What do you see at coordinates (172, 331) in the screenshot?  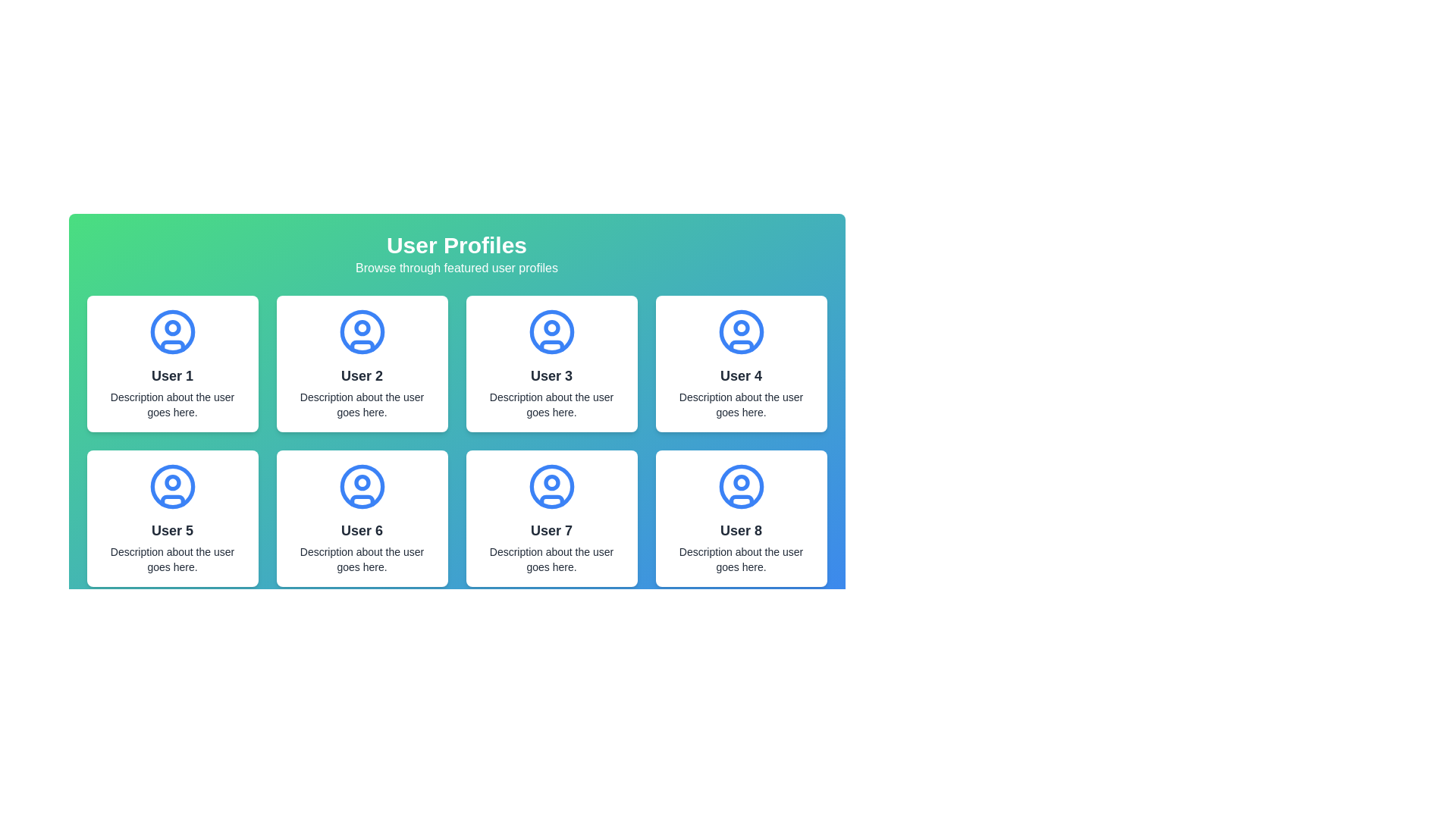 I see `the user profile icon representing 'User 1' located in the top-left corner of the profile card, above the 'User 1' label` at bounding box center [172, 331].